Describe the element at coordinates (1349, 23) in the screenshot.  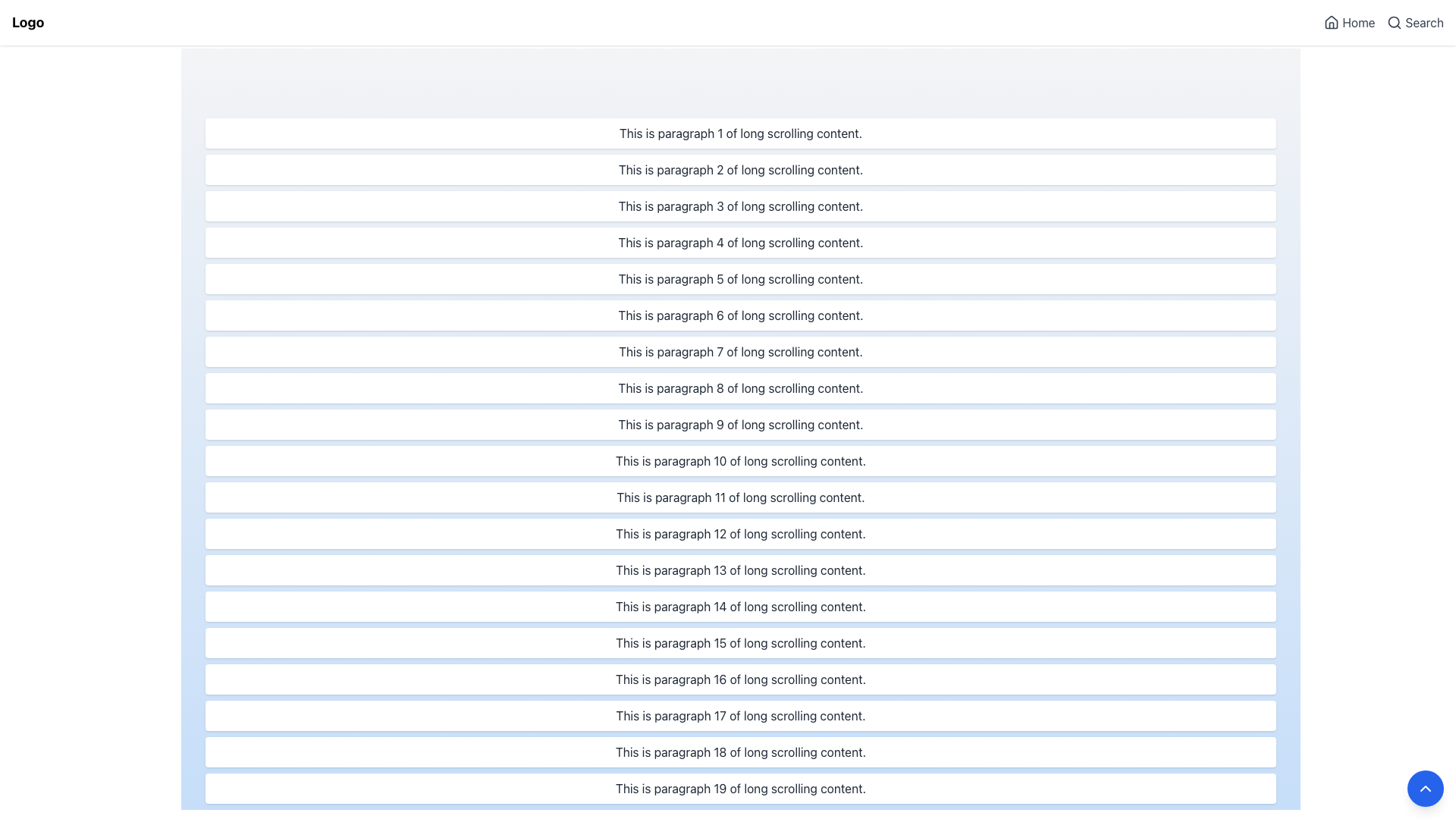
I see `the navigation link located at the top-right corner of the viewport` at that location.